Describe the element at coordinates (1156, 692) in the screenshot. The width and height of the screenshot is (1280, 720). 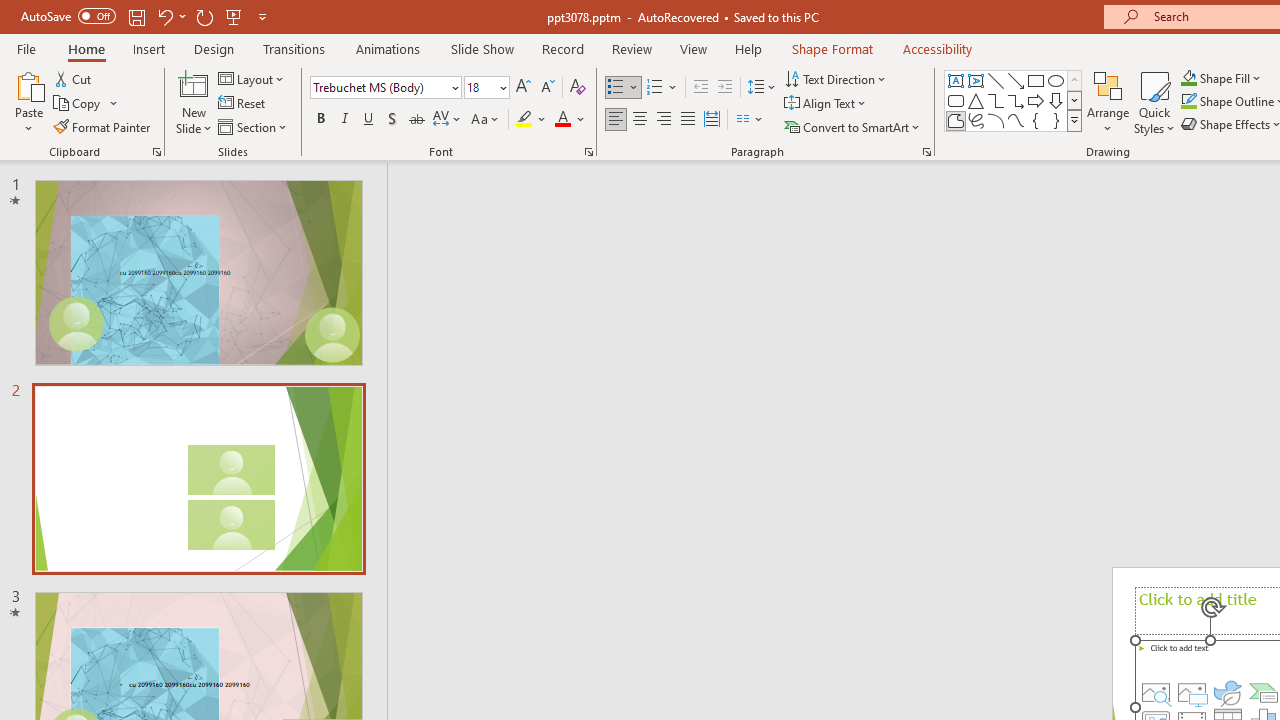
I see `'Stock Images'` at that location.